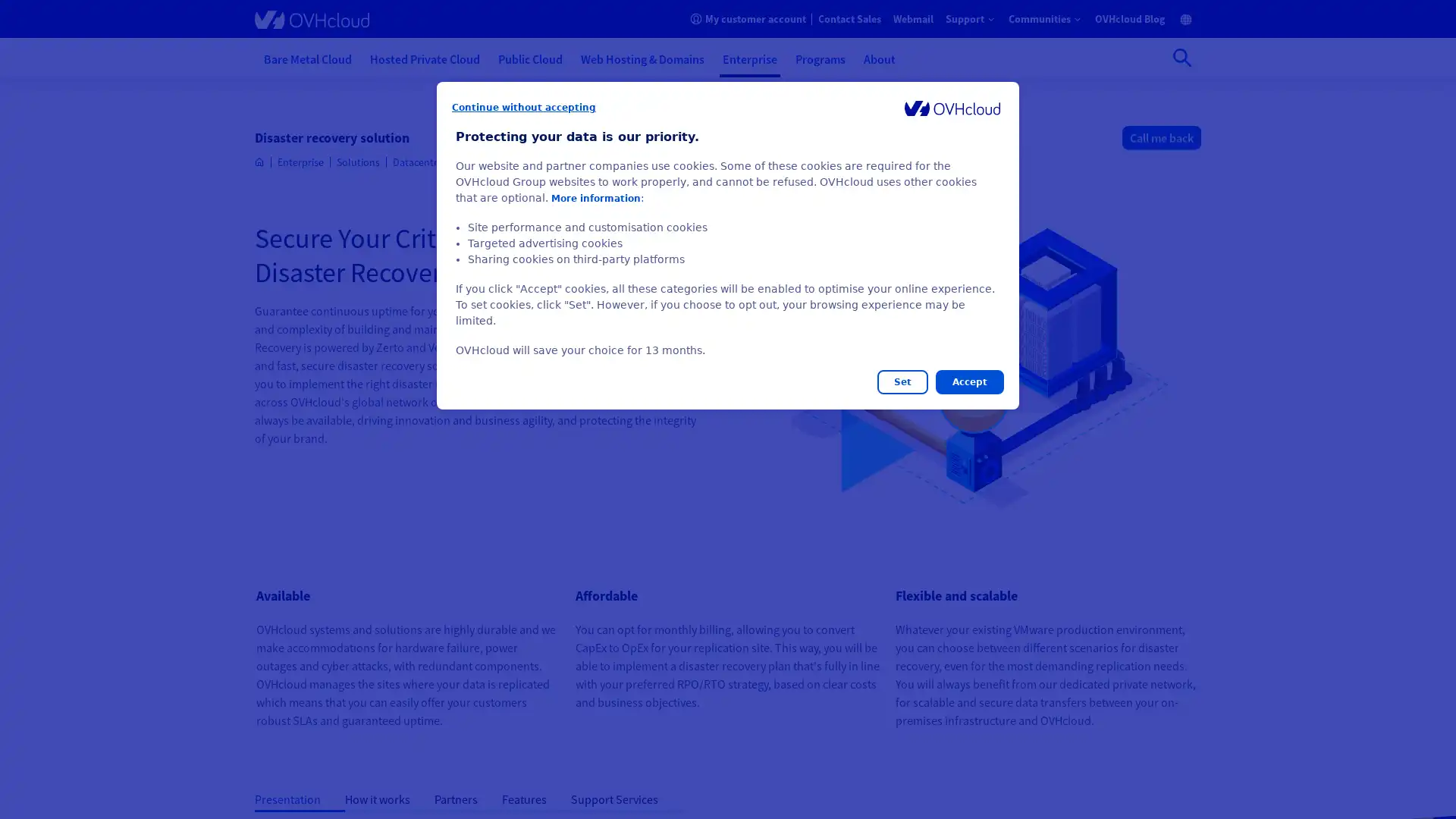  I want to click on Open search bar, so click(1181, 57).